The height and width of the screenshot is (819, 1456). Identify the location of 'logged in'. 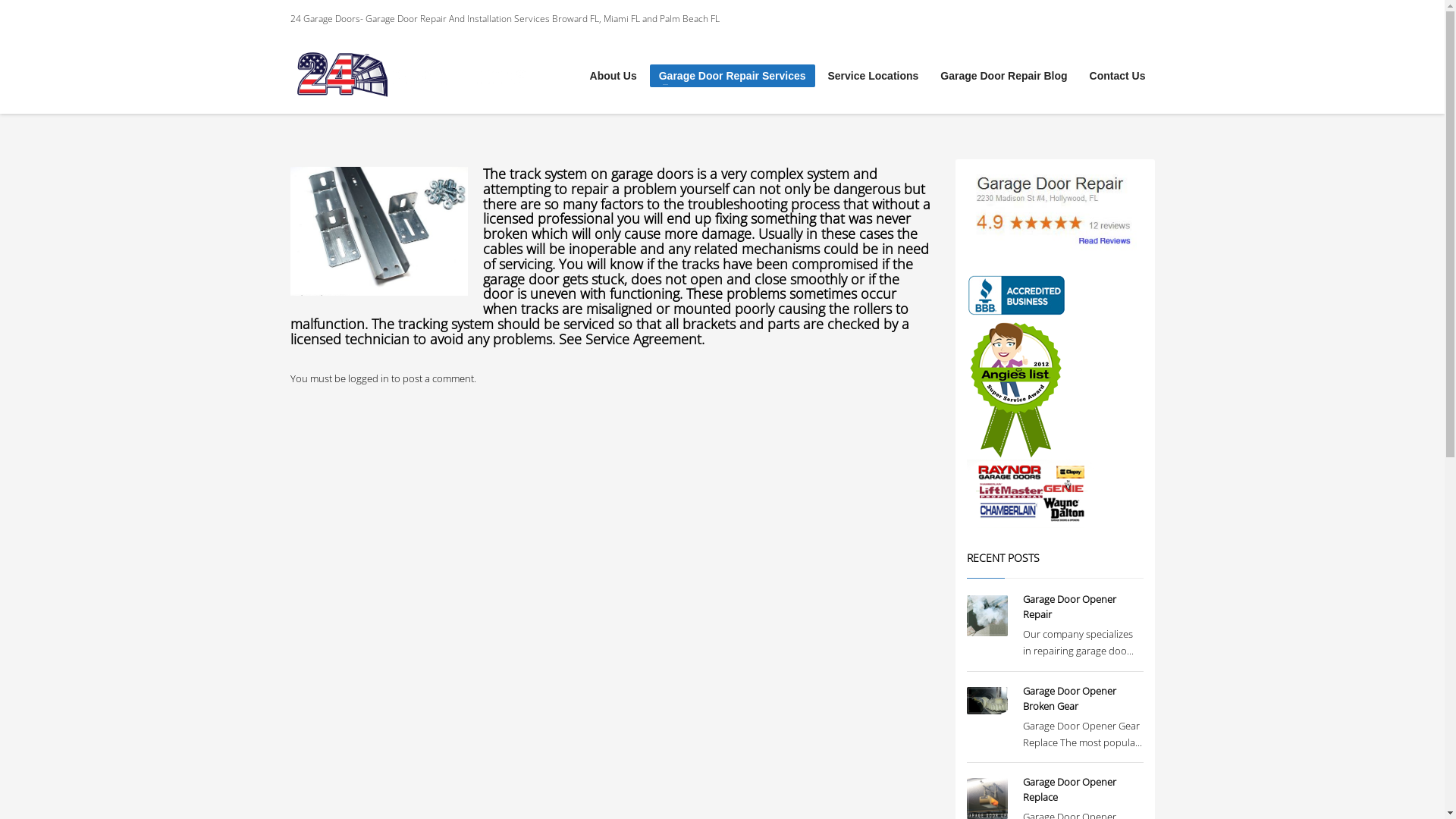
(369, 377).